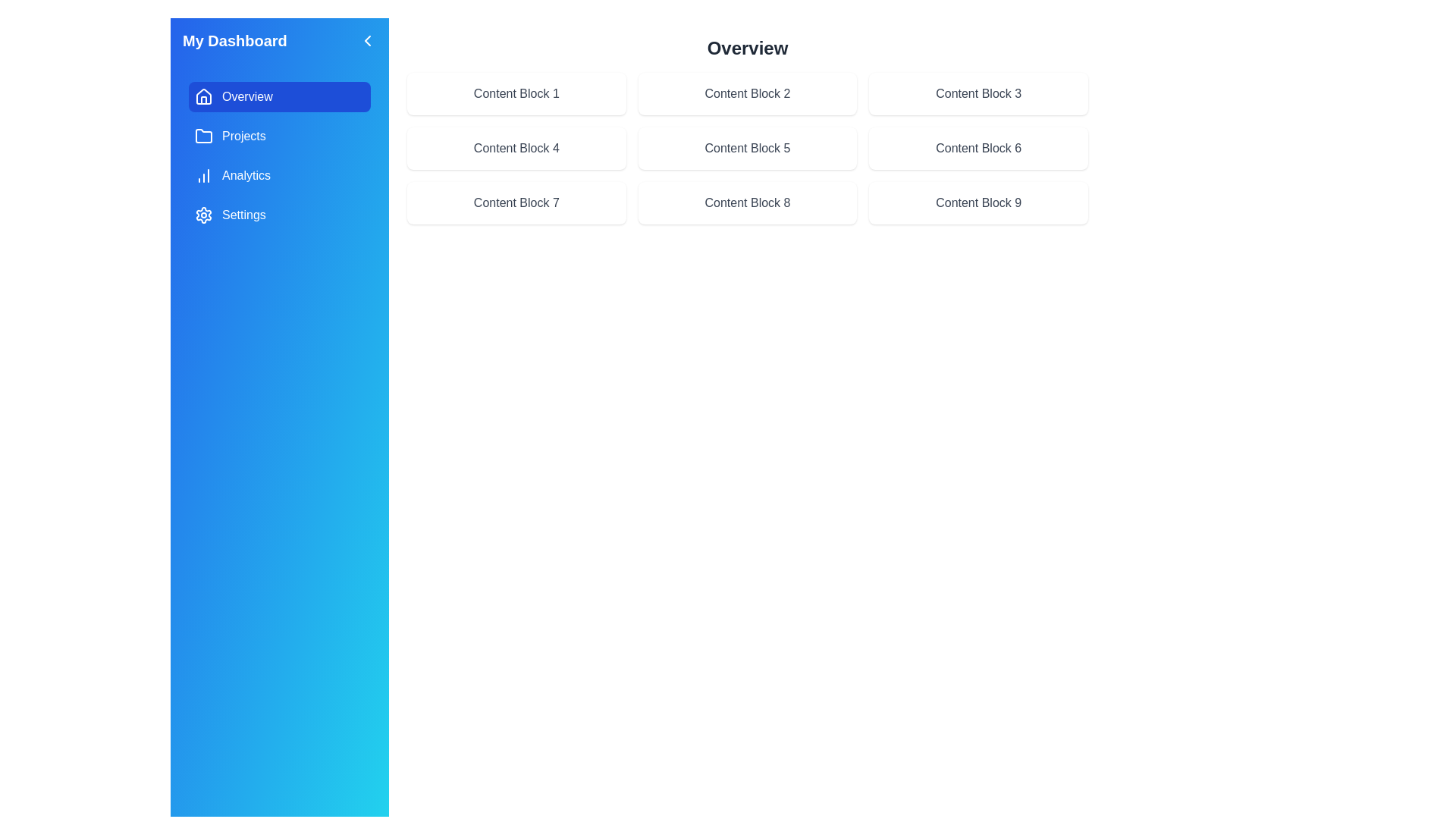 The height and width of the screenshot is (819, 1456). What do you see at coordinates (280, 96) in the screenshot?
I see `the menu item Overview in the sidebar` at bounding box center [280, 96].